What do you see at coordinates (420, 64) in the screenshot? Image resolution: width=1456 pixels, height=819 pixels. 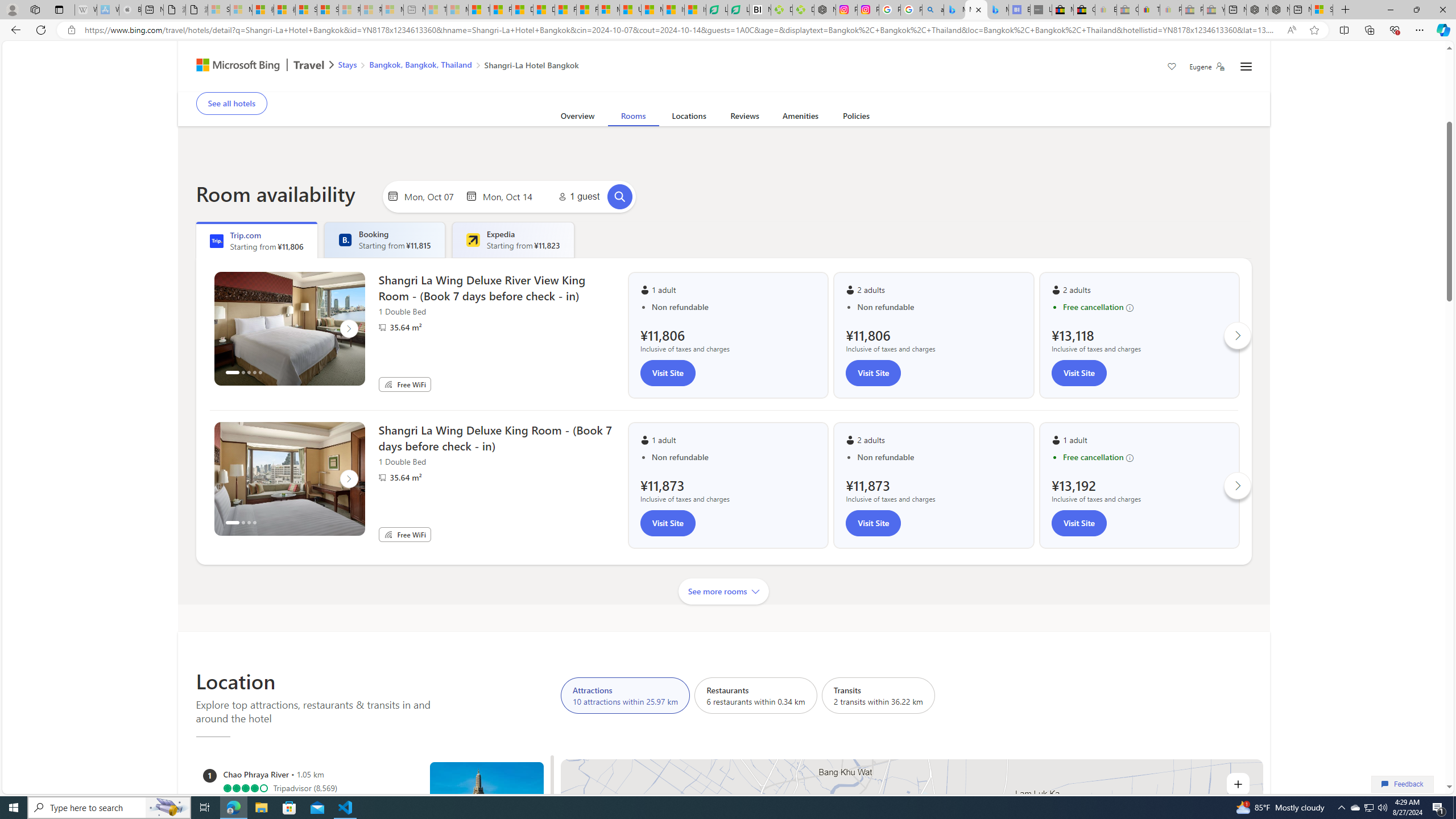 I see `'Bangkok, Bangkok, Thailand'` at bounding box center [420, 64].